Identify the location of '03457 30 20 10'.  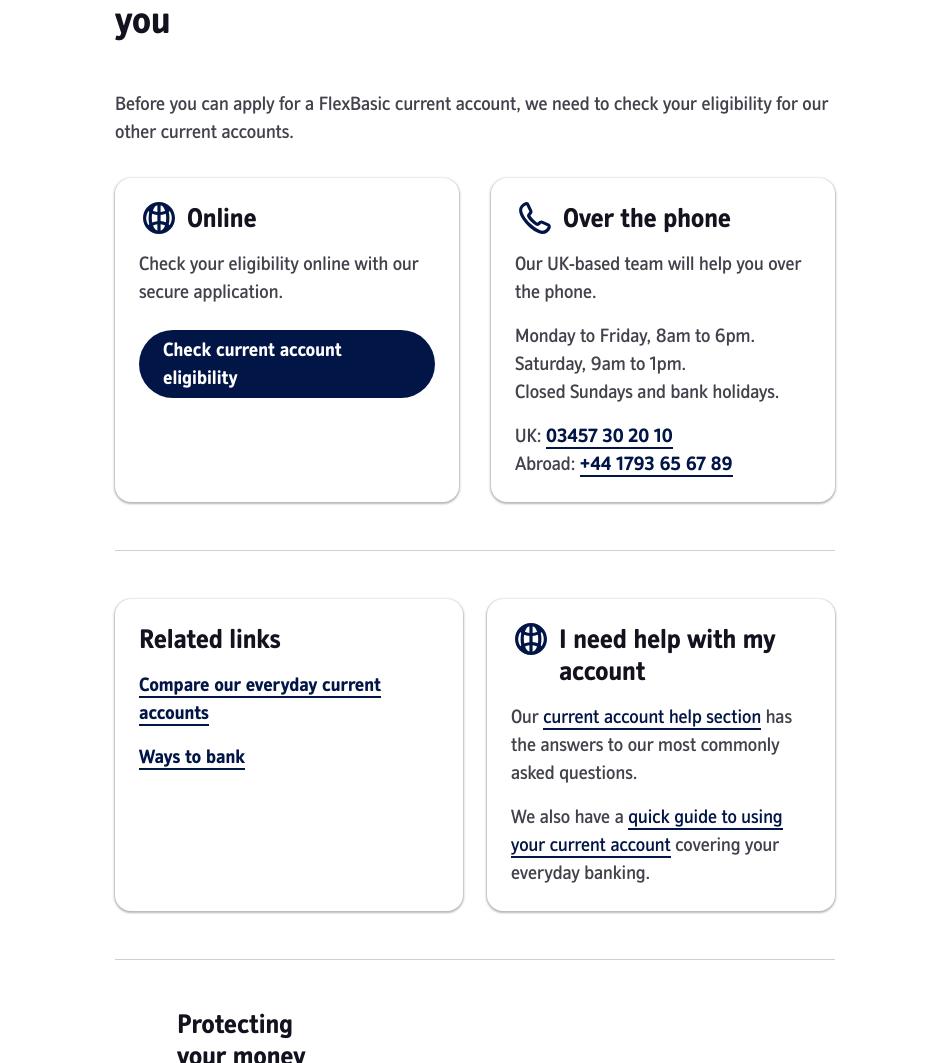
(545, 436).